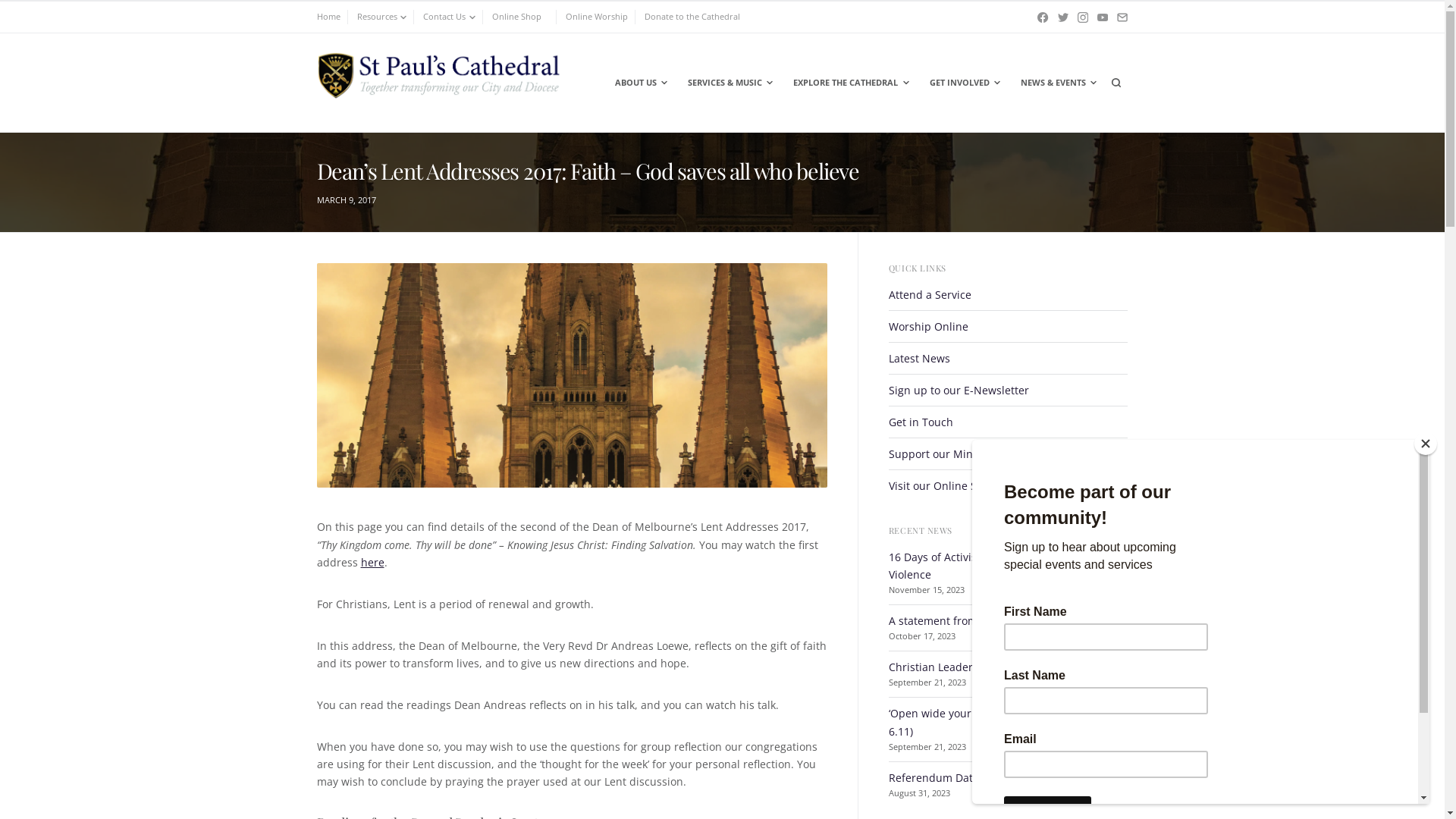 The height and width of the screenshot is (819, 1456). What do you see at coordinates (315, 17) in the screenshot?
I see `'Home'` at bounding box center [315, 17].